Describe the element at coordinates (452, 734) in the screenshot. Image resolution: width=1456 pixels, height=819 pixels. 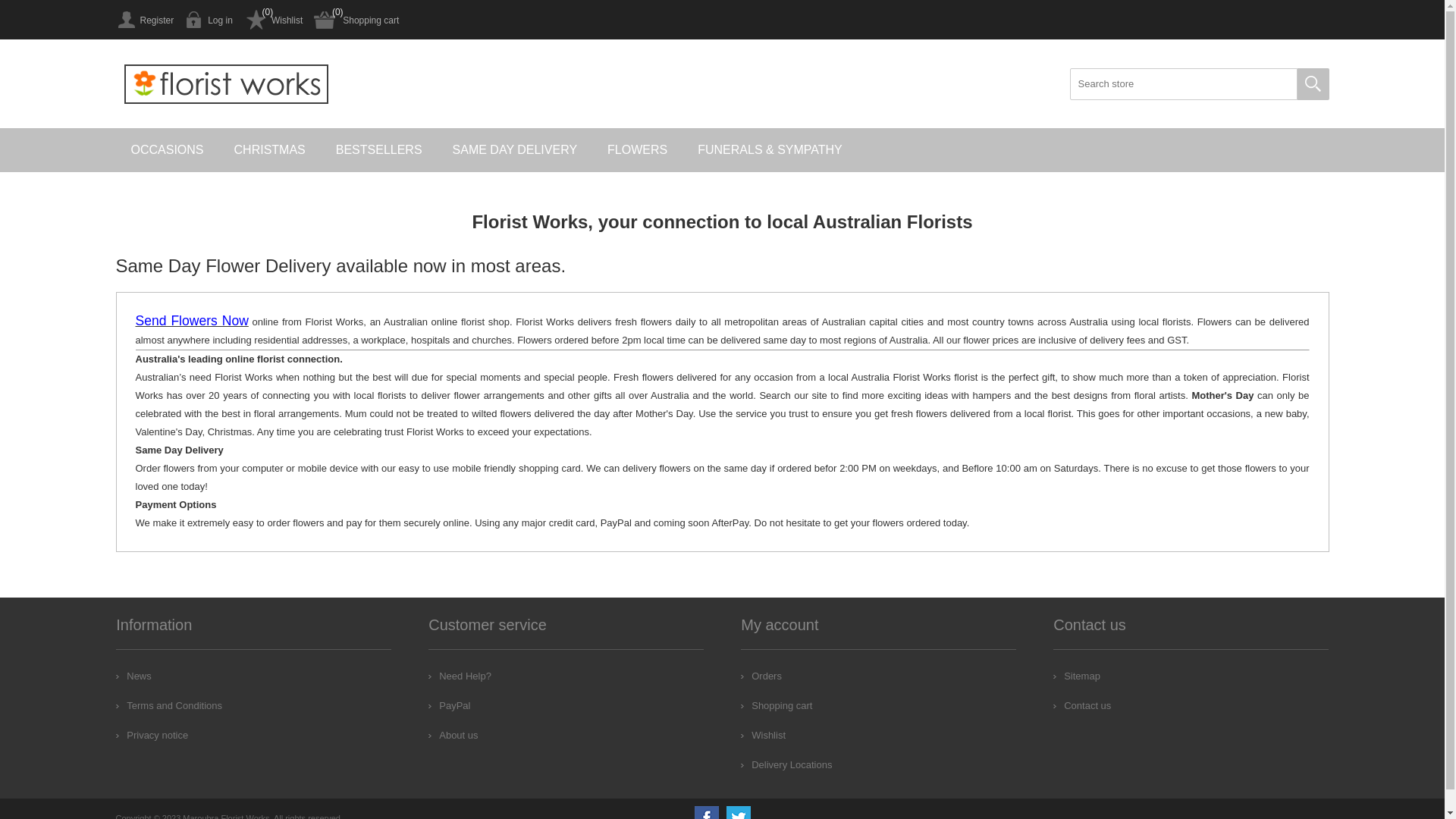
I see `'About us'` at that location.